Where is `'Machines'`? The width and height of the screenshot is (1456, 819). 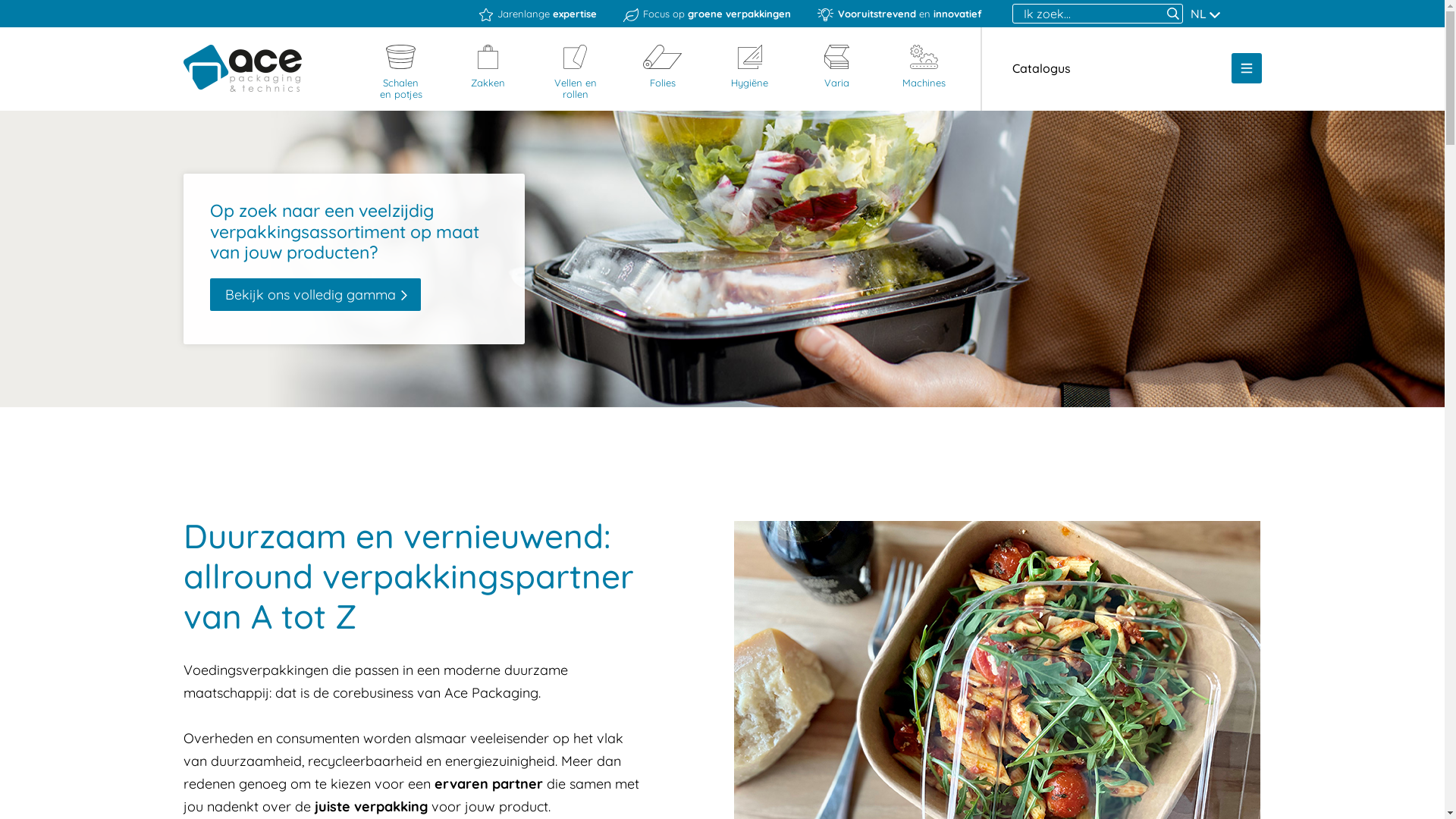
'Machines' is located at coordinates (924, 66).